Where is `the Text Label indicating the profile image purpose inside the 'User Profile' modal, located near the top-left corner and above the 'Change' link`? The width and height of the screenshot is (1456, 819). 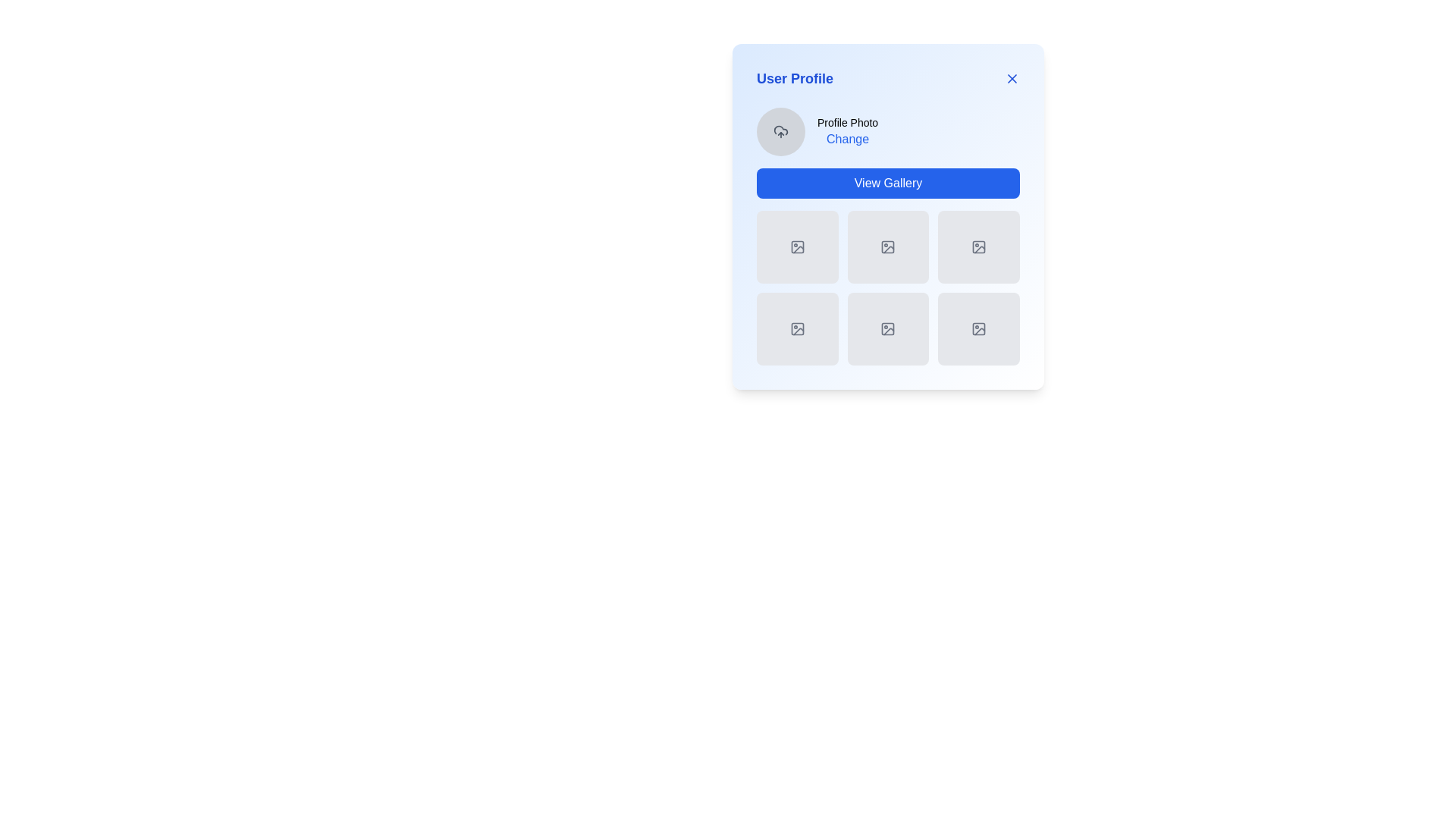
the Text Label indicating the profile image purpose inside the 'User Profile' modal, located near the top-left corner and above the 'Change' link is located at coordinates (847, 122).